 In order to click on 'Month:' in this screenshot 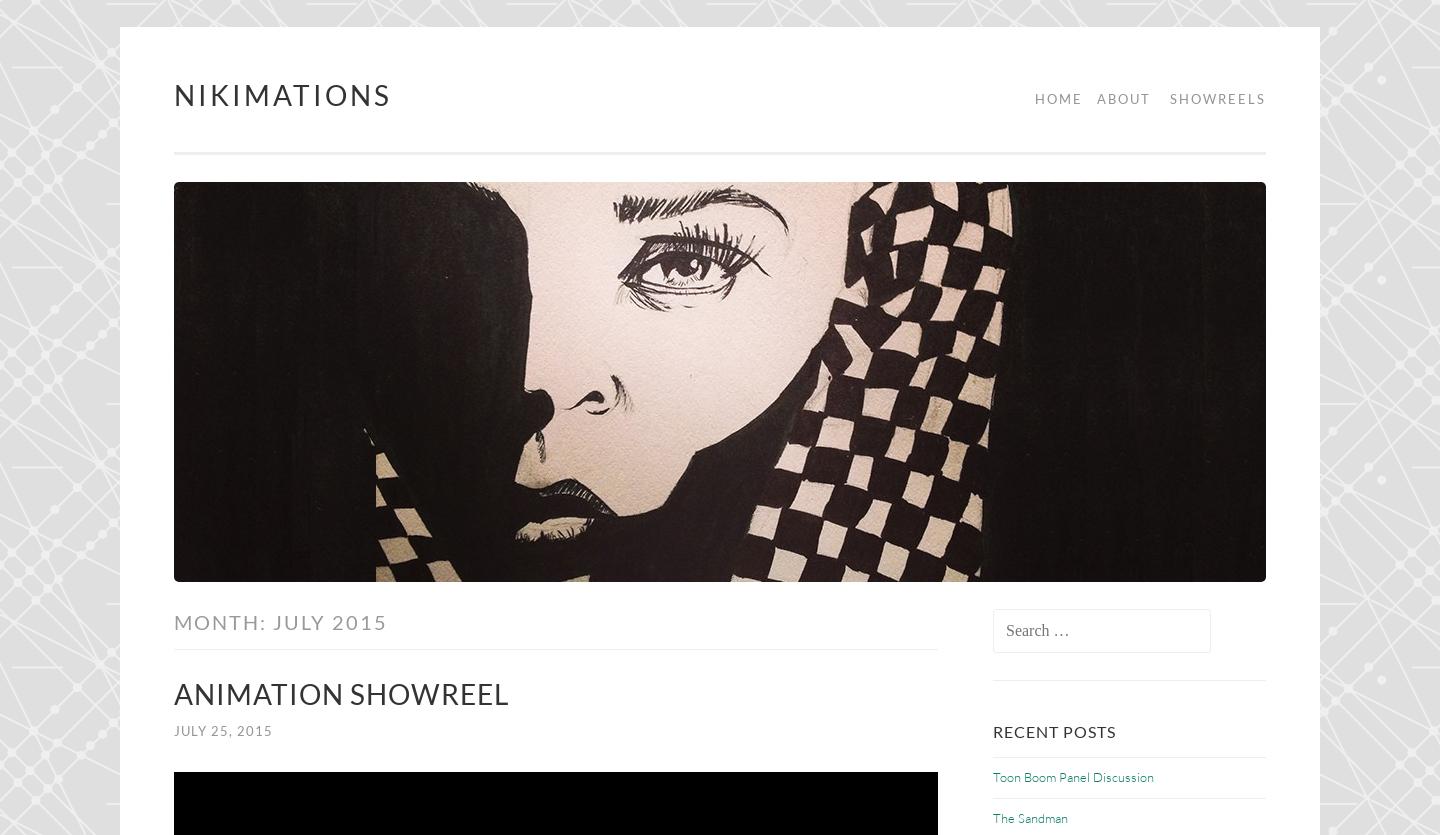, I will do `click(223, 620)`.